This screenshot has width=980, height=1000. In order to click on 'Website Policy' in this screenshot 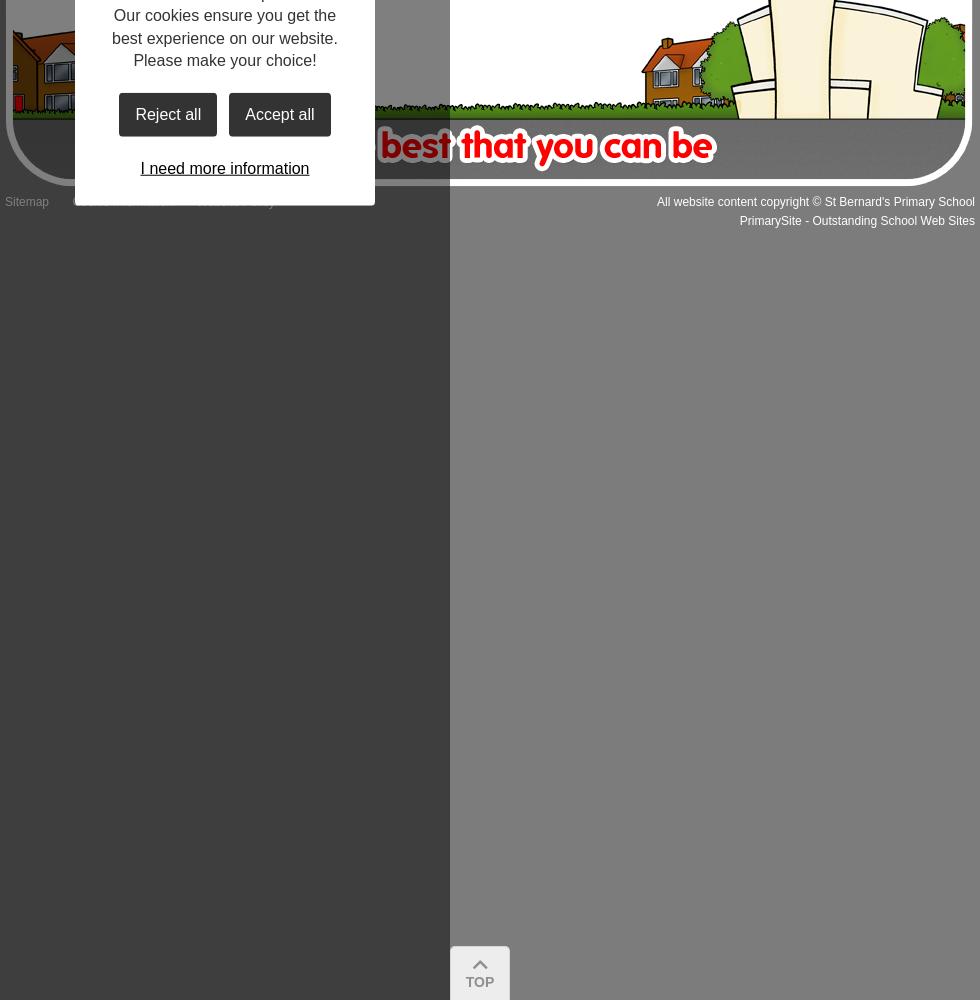, I will do `click(235, 200)`.